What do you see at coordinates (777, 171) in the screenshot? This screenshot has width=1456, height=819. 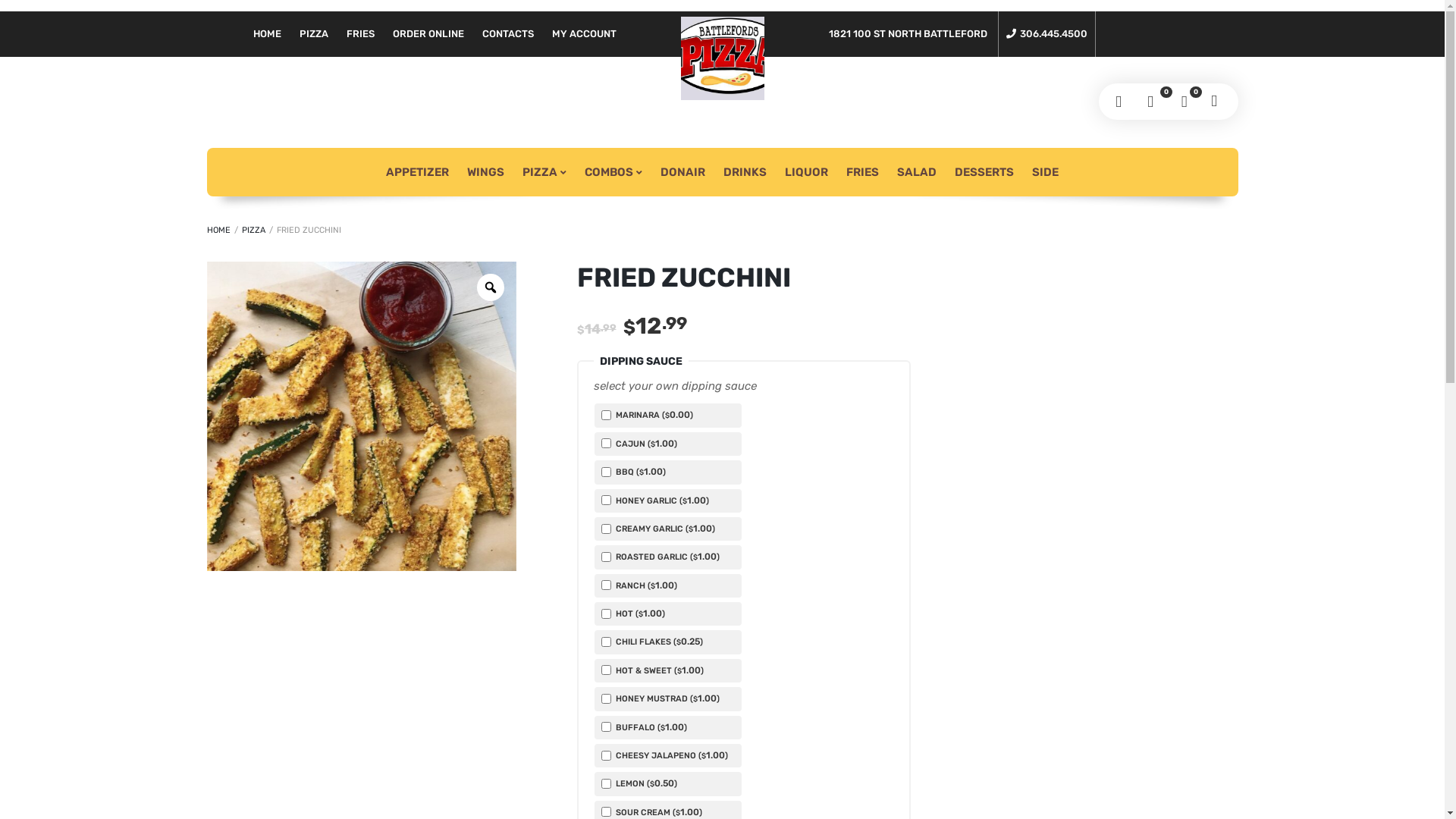 I see `'LIQUOR'` at bounding box center [777, 171].